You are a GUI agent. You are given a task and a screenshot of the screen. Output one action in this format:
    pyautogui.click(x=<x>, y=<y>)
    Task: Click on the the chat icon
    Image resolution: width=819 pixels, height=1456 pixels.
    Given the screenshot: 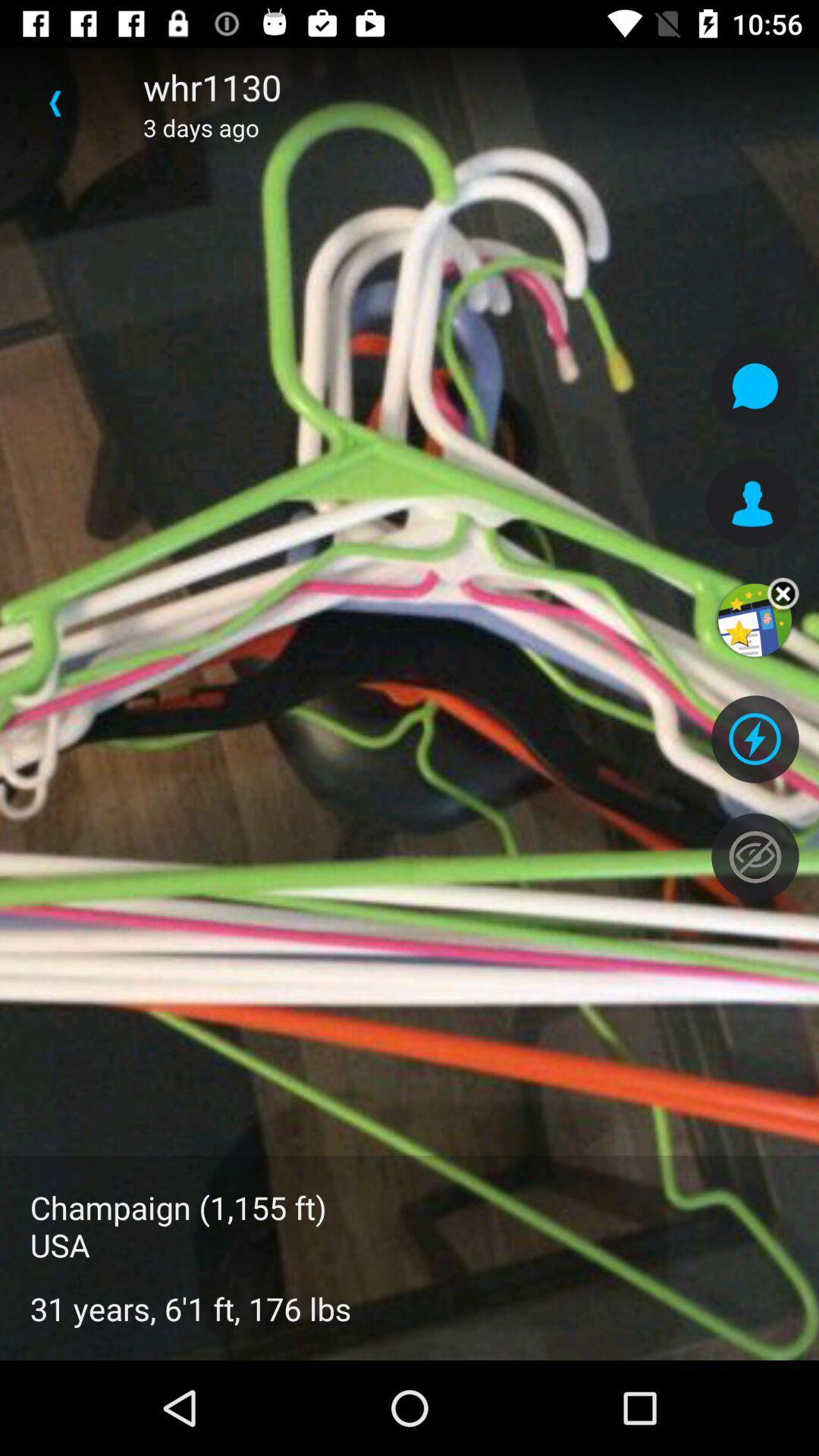 What is the action you would take?
    pyautogui.click(x=755, y=386)
    